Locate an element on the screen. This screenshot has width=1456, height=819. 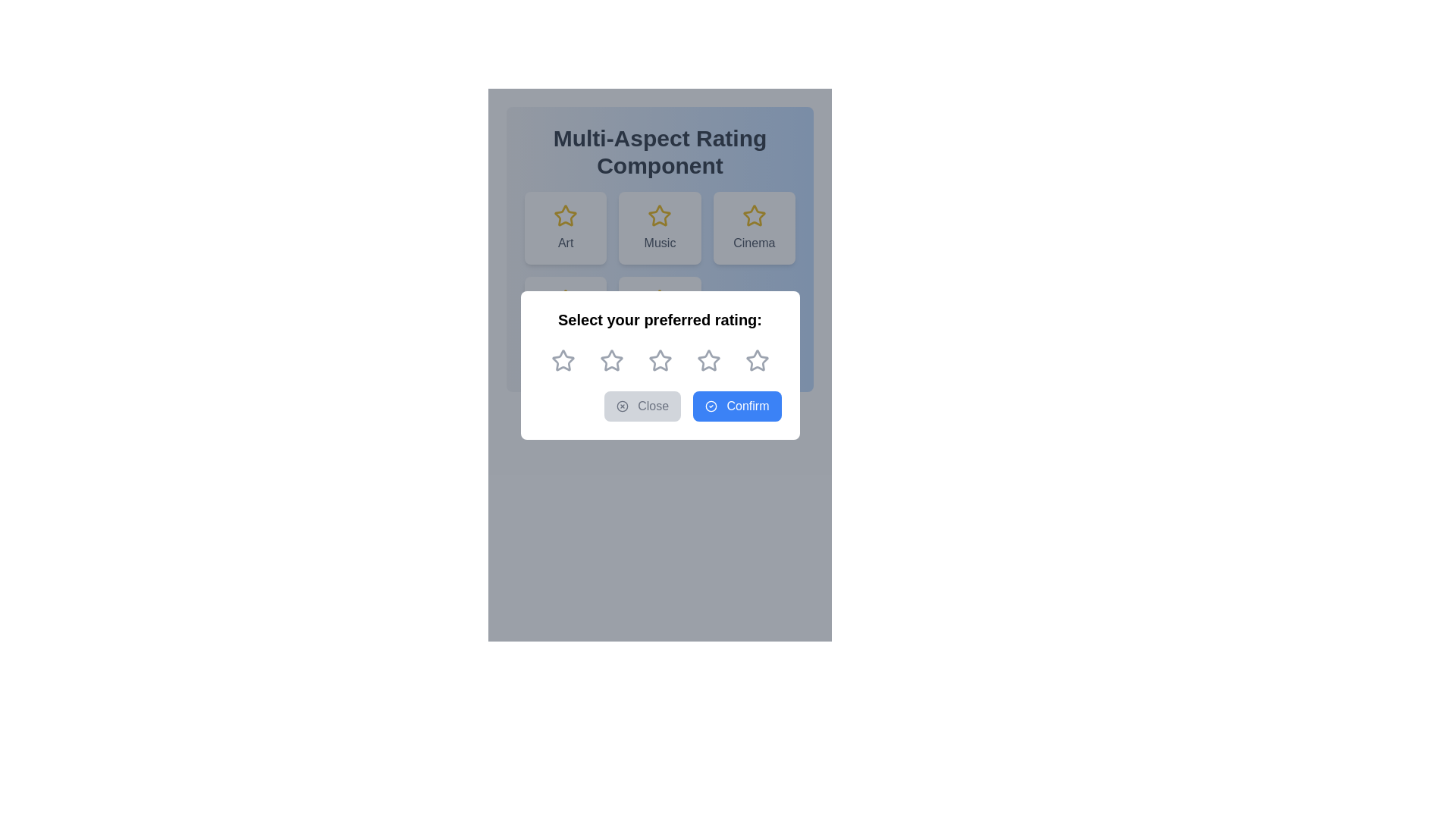
the first interactive star icon is located at coordinates (562, 360).